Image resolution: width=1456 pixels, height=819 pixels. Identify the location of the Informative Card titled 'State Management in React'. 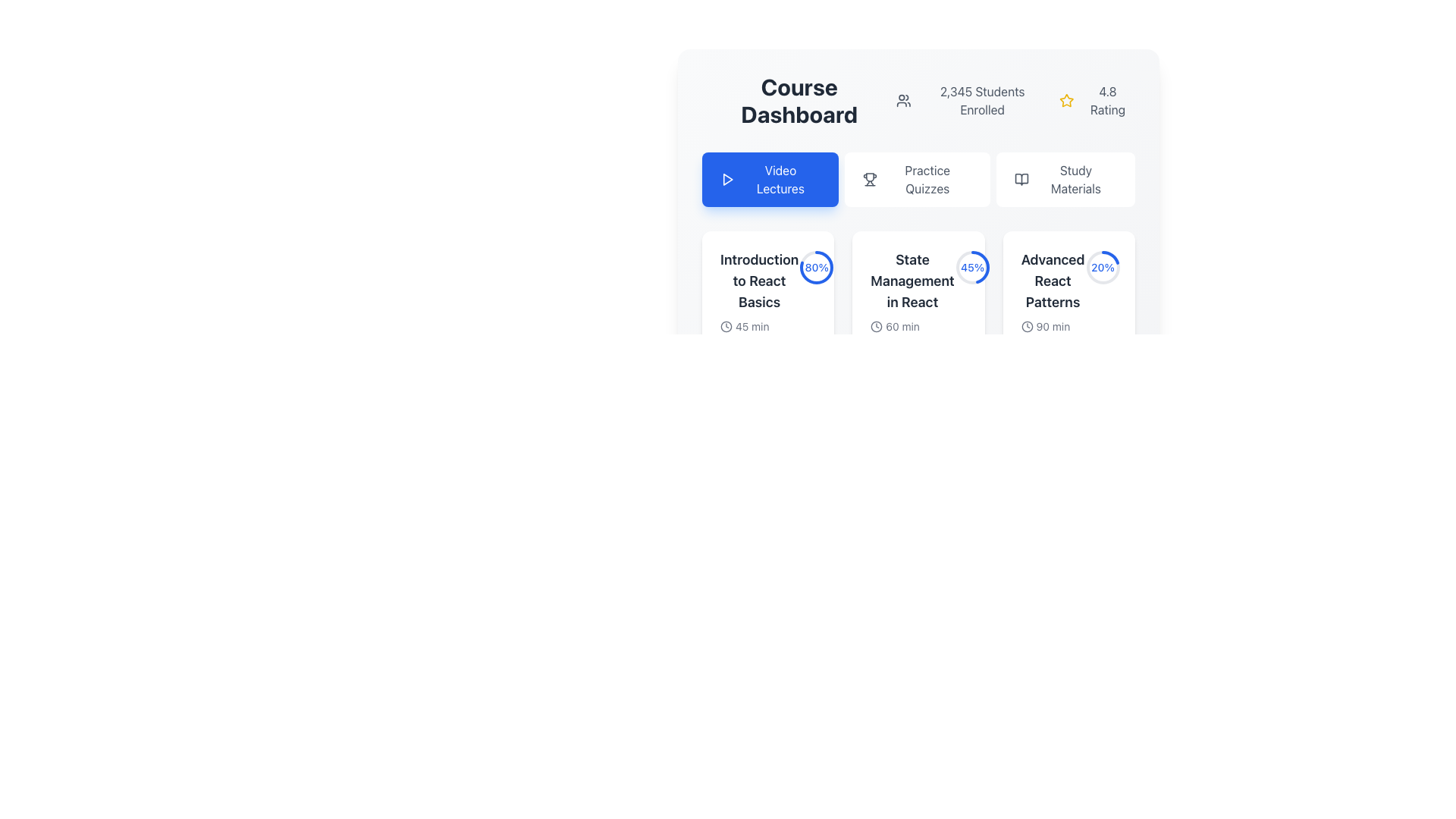
(918, 326).